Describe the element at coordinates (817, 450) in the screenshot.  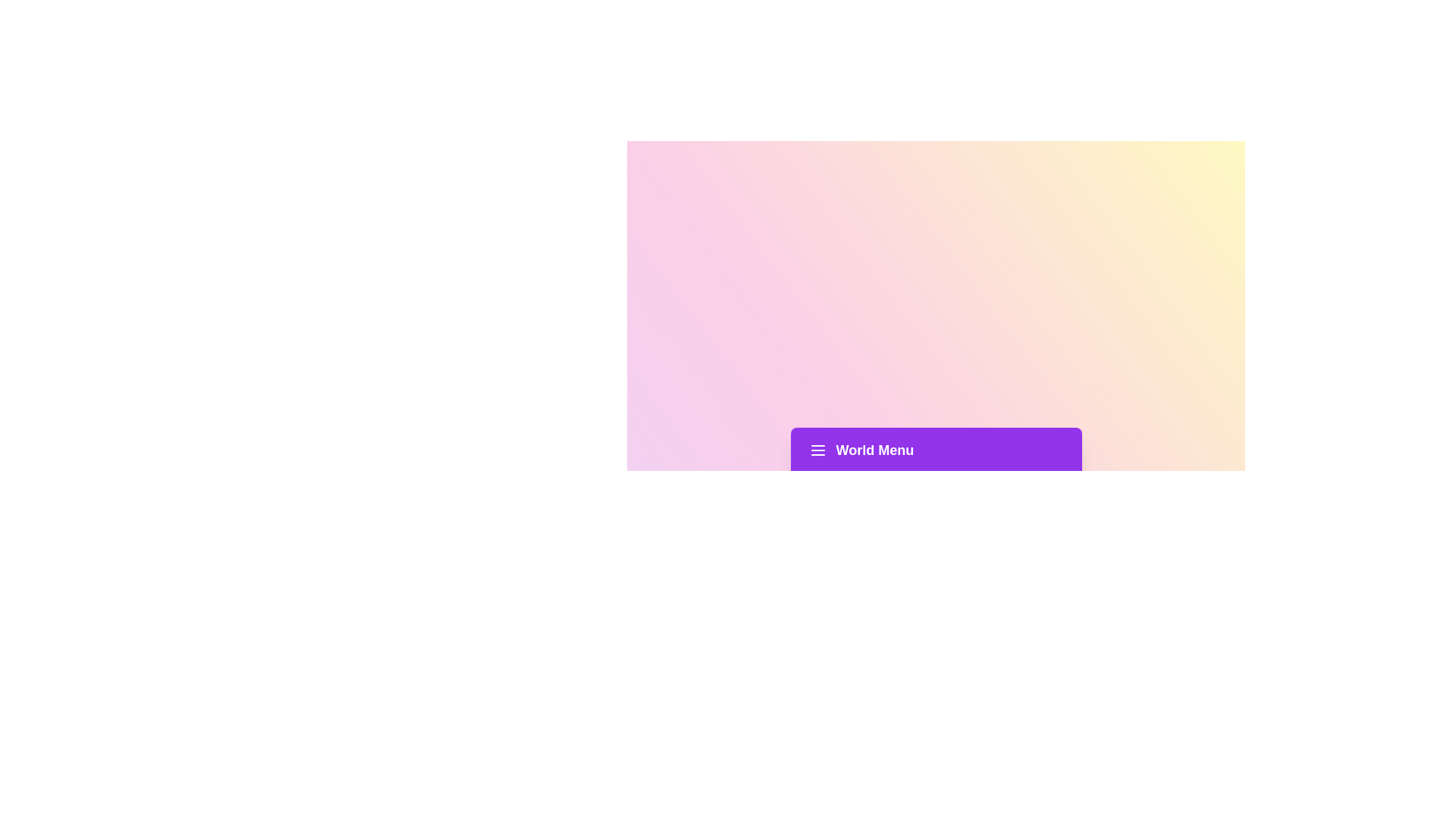
I see `the menu icon in the header` at that location.